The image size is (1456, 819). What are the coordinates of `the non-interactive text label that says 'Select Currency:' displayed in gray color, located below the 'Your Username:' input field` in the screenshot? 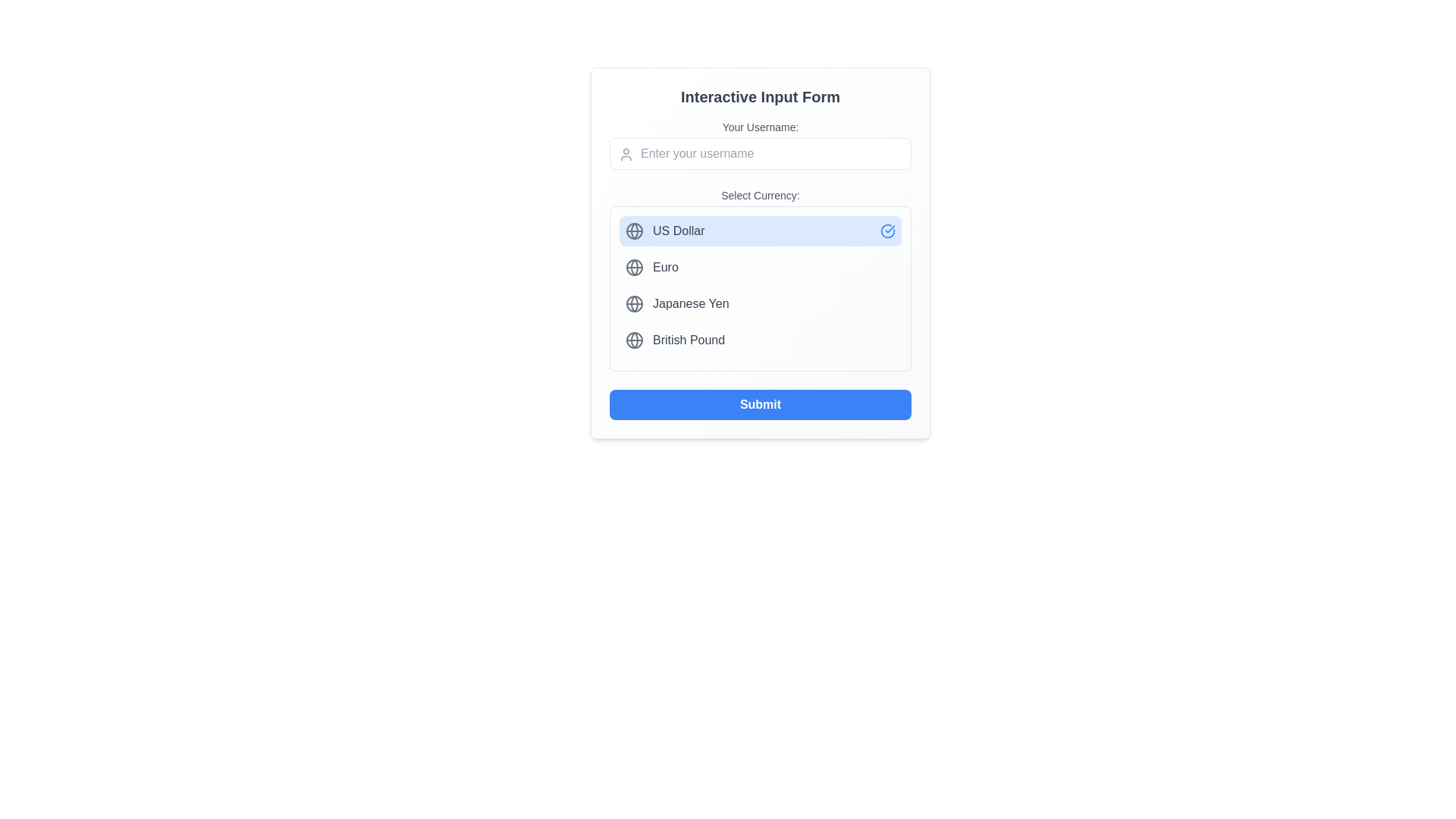 It's located at (761, 195).